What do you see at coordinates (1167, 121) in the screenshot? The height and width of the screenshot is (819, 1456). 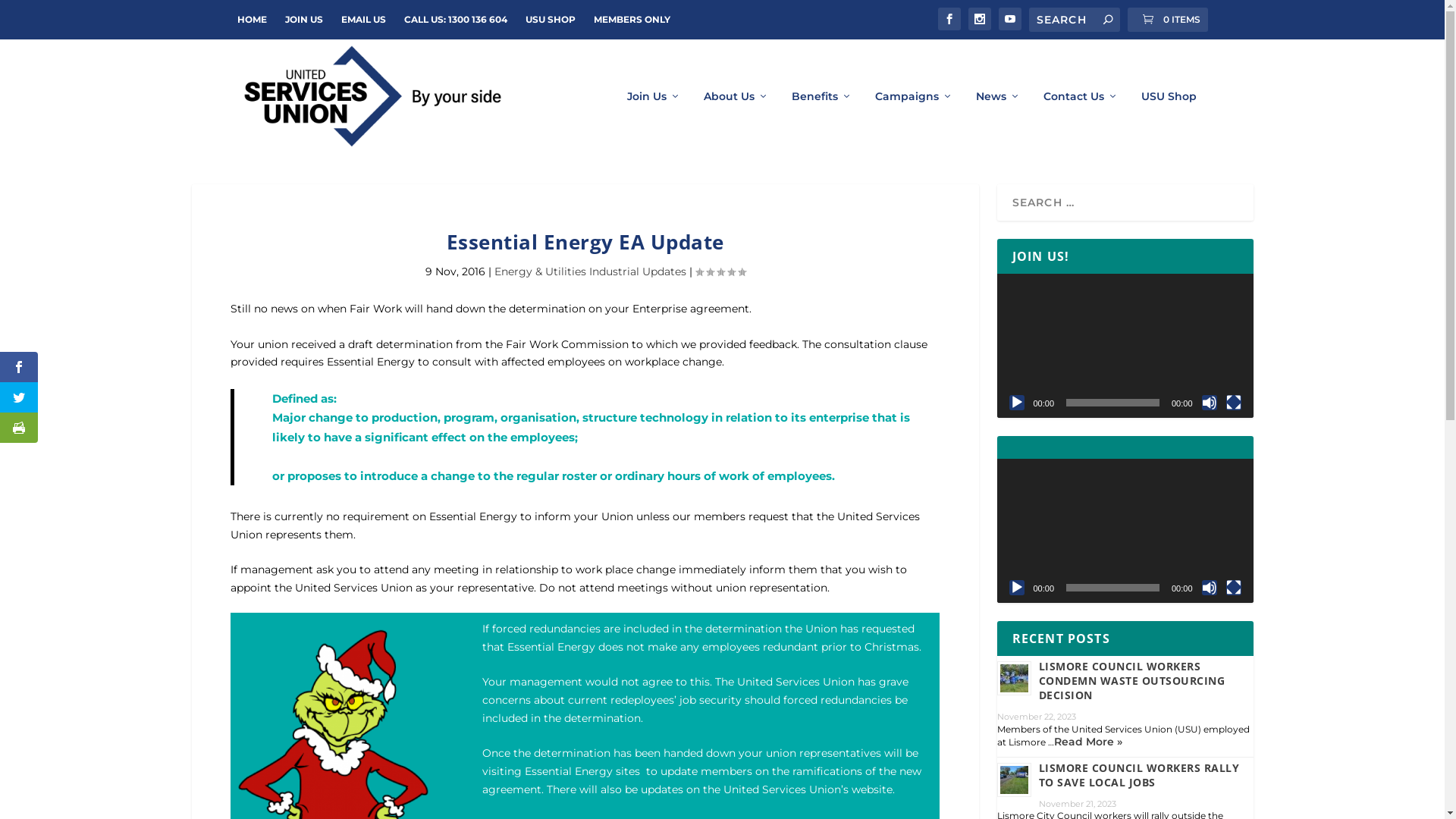 I see `'USU Shop'` at bounding box center [1167, 121].